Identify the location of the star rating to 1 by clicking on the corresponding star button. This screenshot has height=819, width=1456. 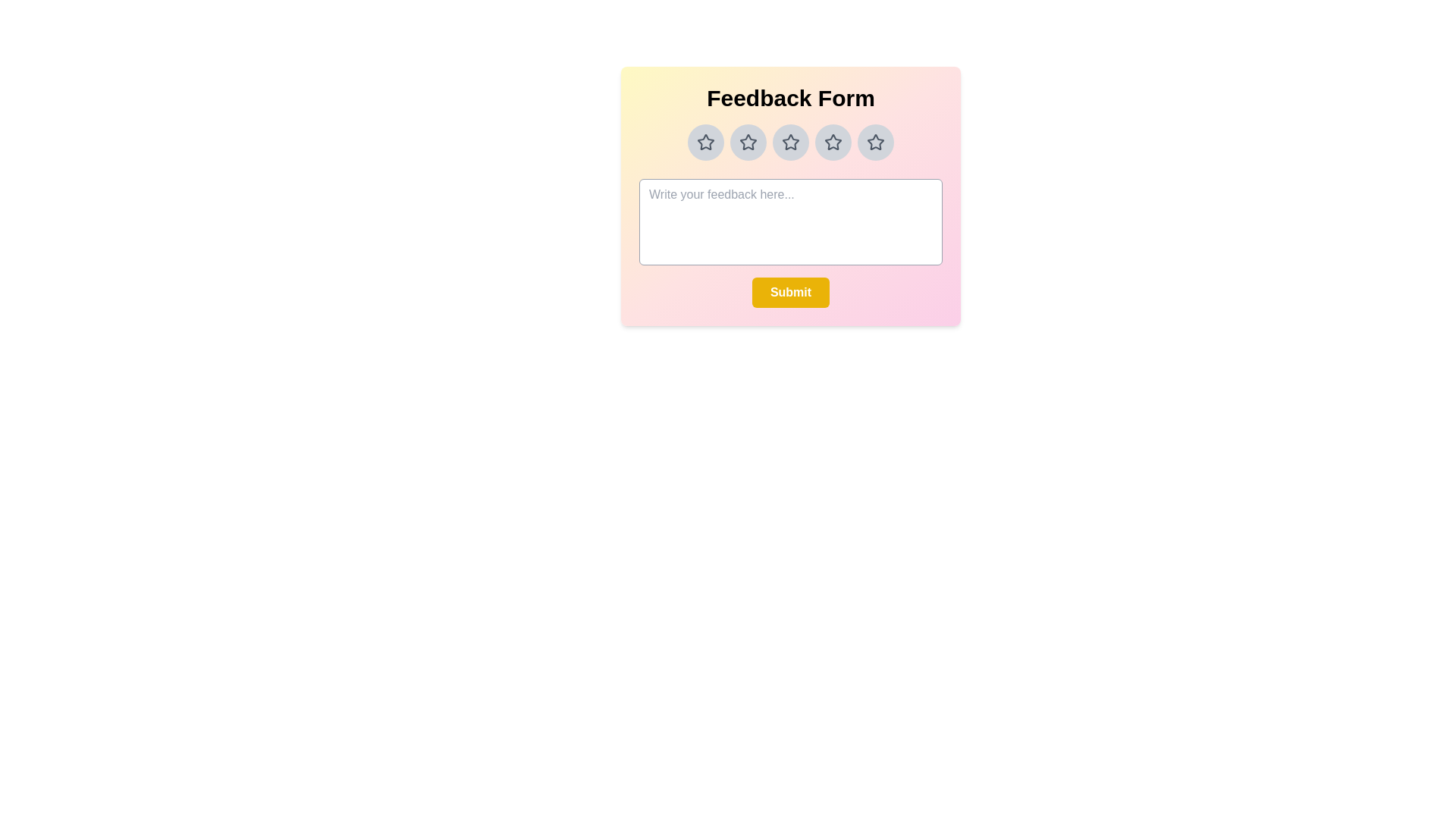
(705, 143).